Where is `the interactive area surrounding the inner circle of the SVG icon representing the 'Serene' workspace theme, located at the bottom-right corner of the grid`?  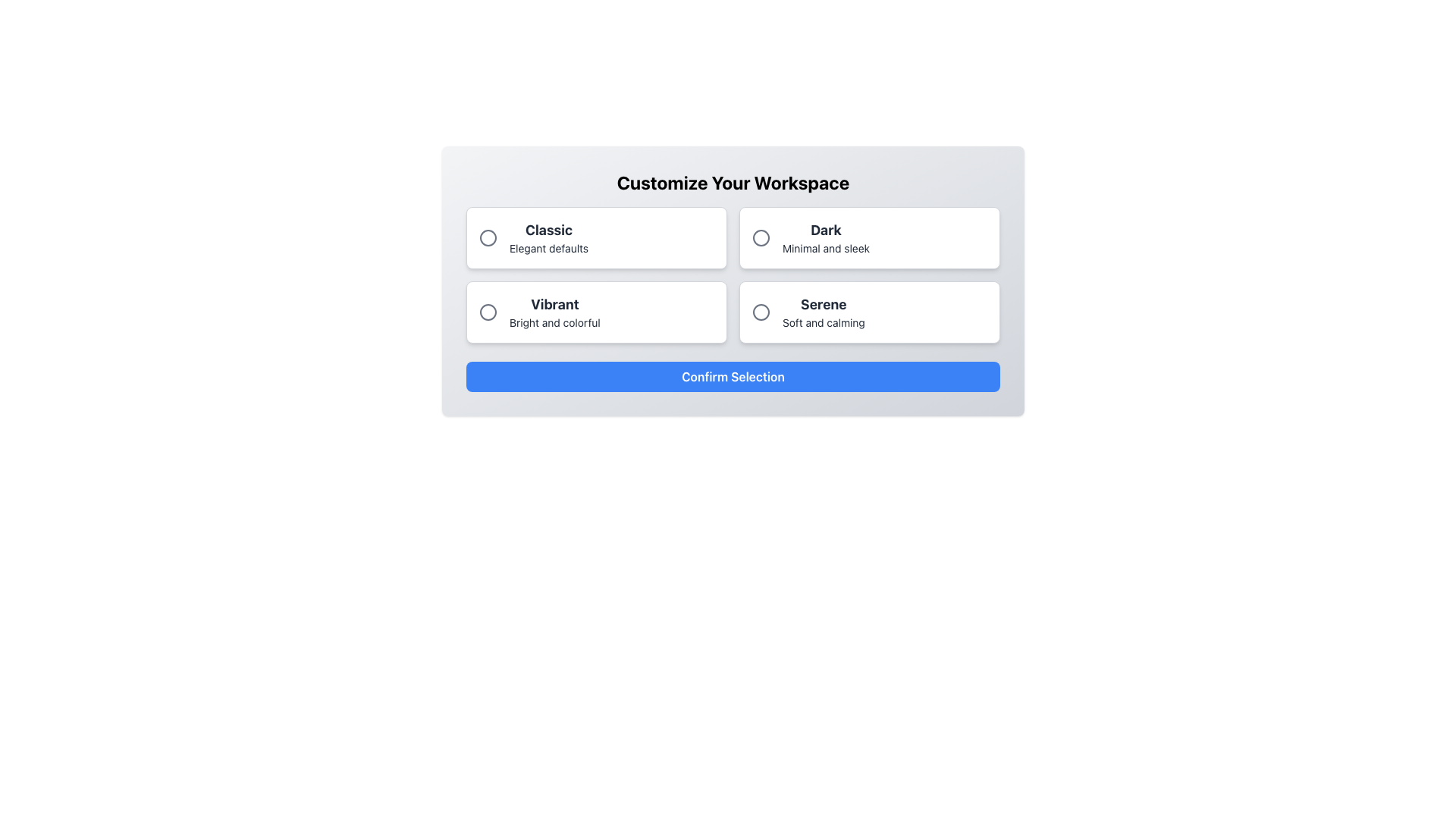 the interactive area surrounding the inner circle of the SVG icon representing the 'Serene' workspace theme, located at the bottom-right corner of the grid is located at coordinates (761, 312).